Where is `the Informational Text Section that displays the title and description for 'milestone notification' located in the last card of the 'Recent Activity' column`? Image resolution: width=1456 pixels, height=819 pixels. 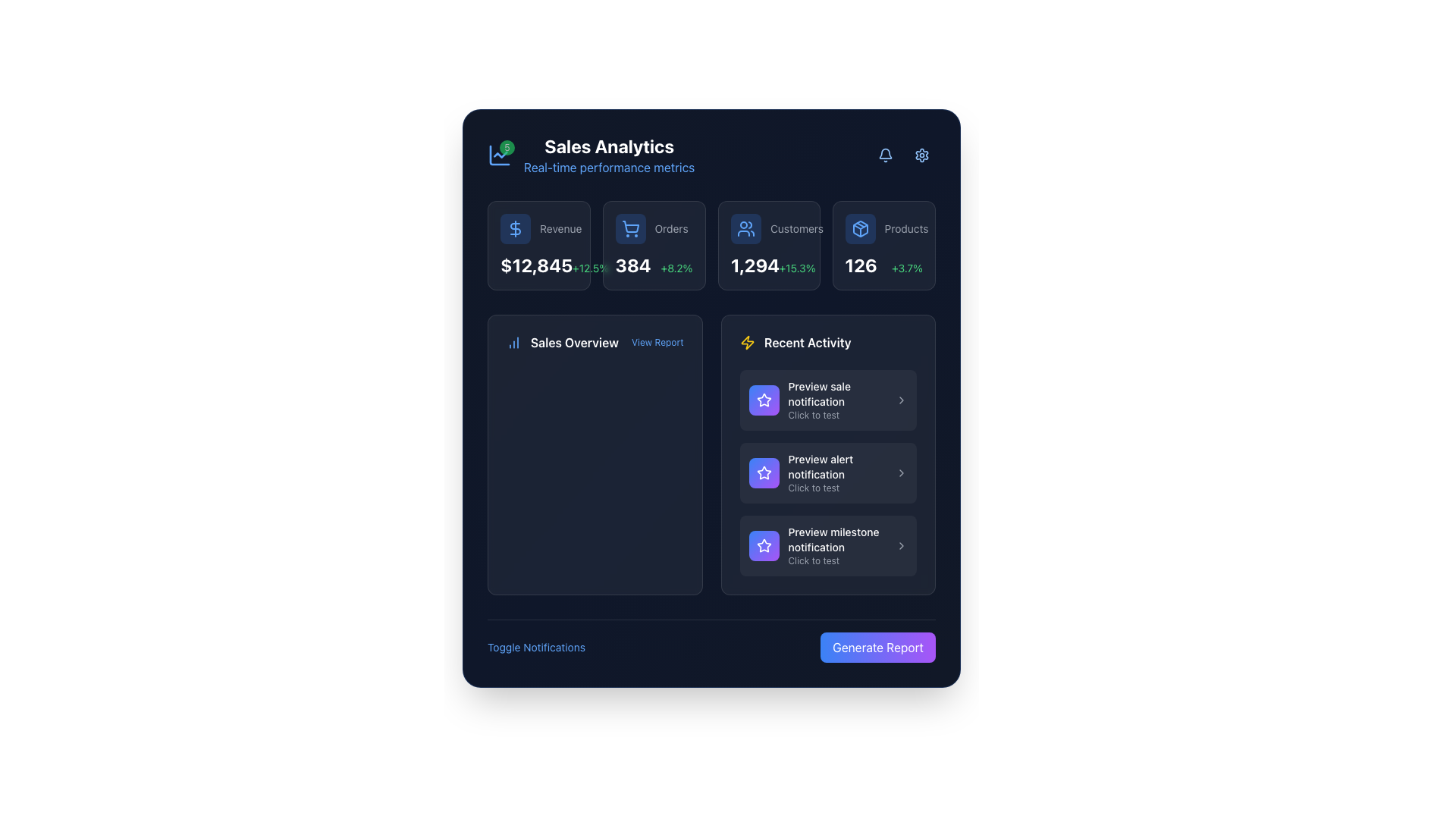
the Informational Text Section that displays the title and description for 'milestone notification' located in the last card of the 'Recent Activity' column is located at coordinates (836, 546).